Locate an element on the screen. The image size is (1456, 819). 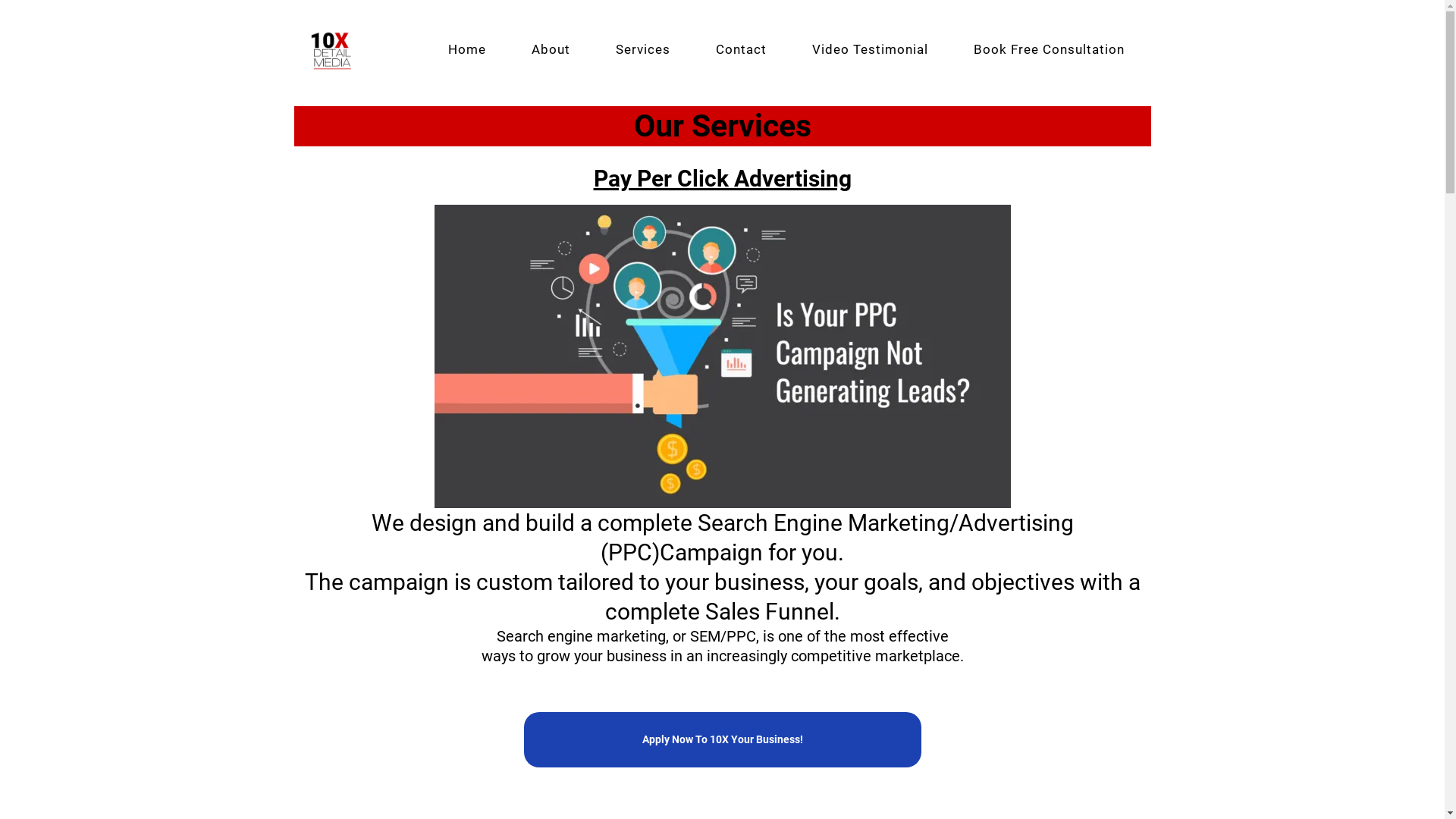
'Book Free Consultation' is located at coordinates (1048, 49).